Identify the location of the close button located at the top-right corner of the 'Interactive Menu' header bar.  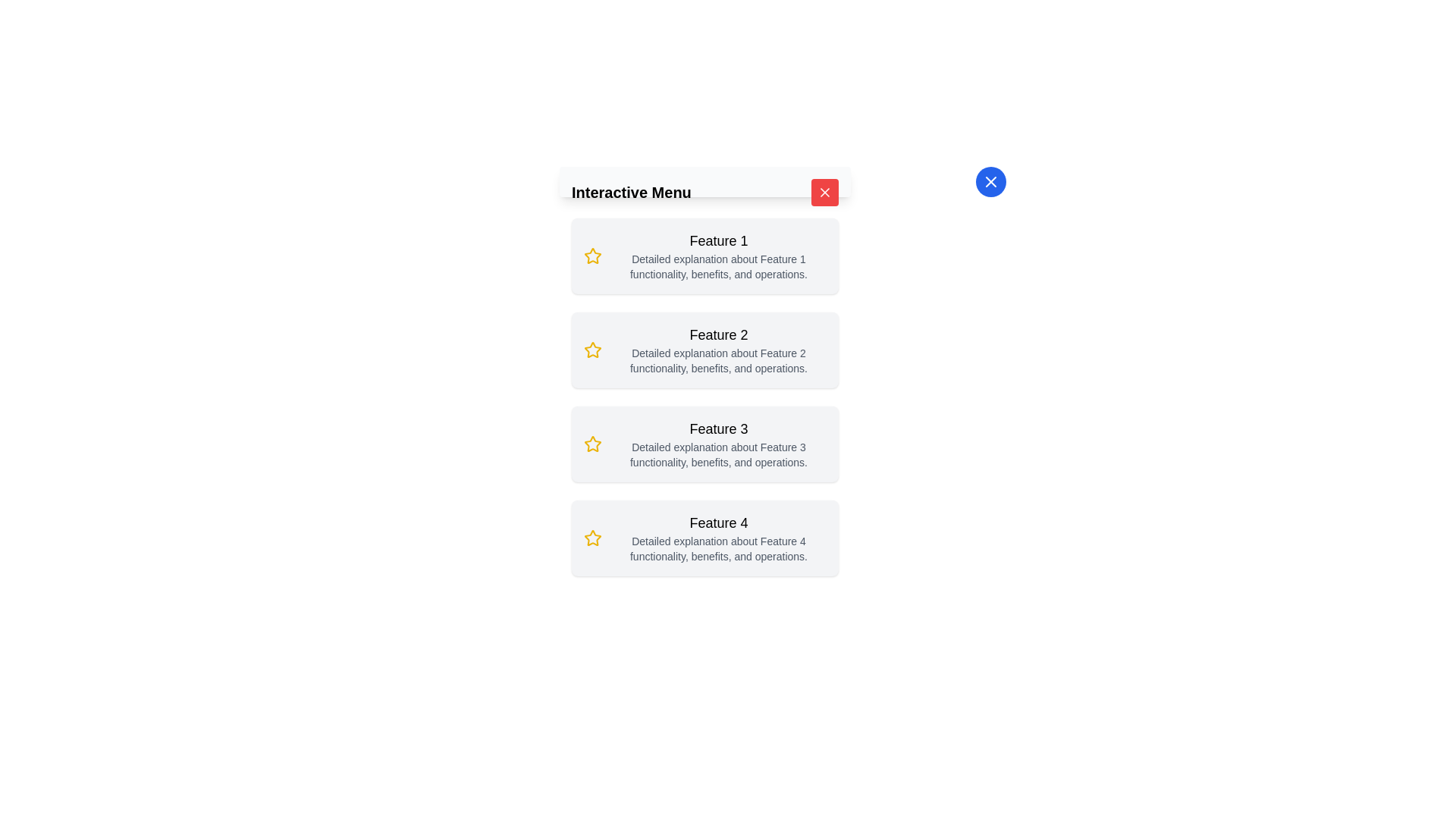
(824, 192).